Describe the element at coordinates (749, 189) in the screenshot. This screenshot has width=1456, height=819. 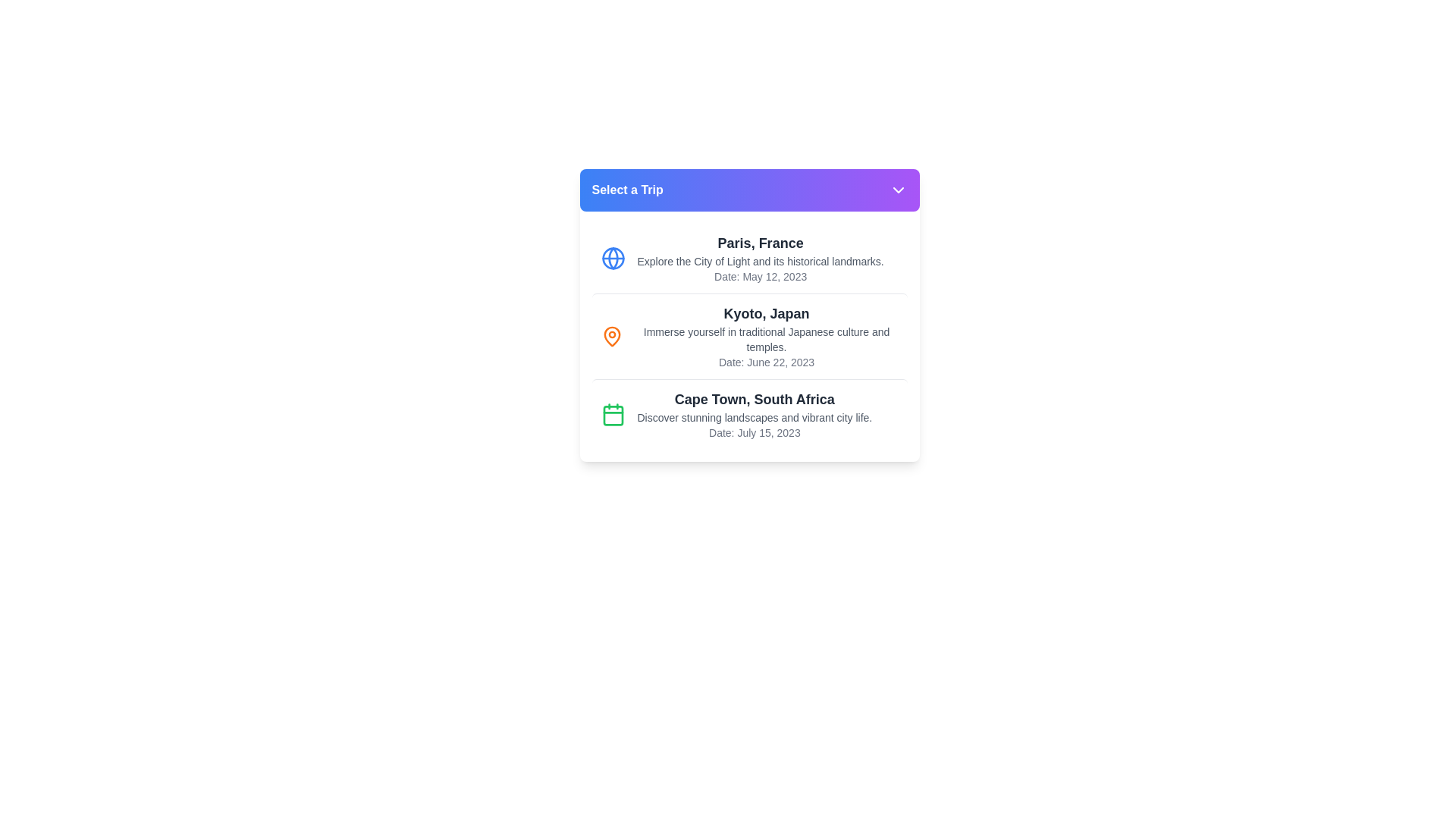
I see `the rectangular button with a gradient background labeled 'Select a Trip'` at that location.